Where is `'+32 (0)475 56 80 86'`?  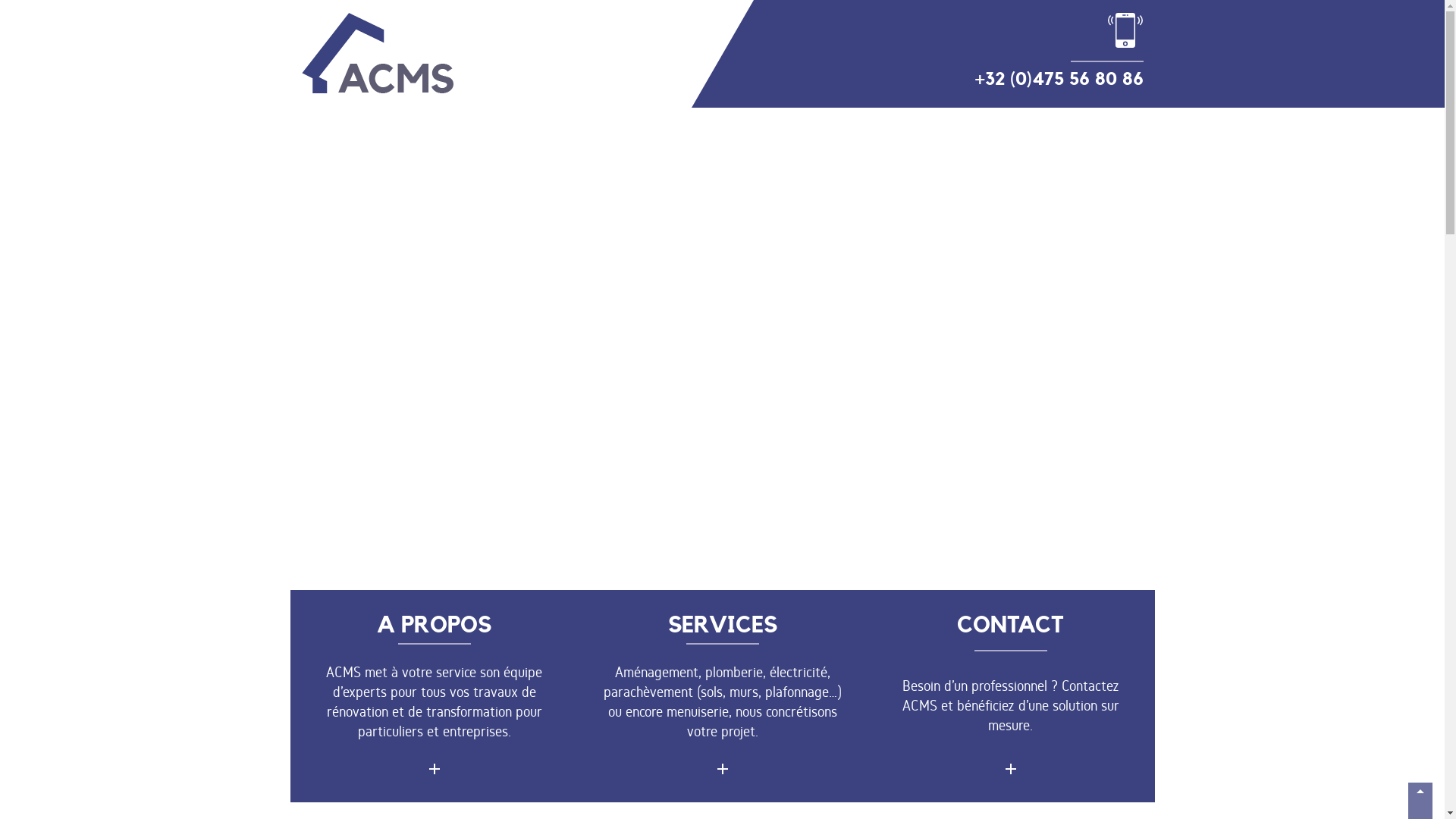
'+32 (0)475 56 80 86' is located at coordinates (1058, 51).